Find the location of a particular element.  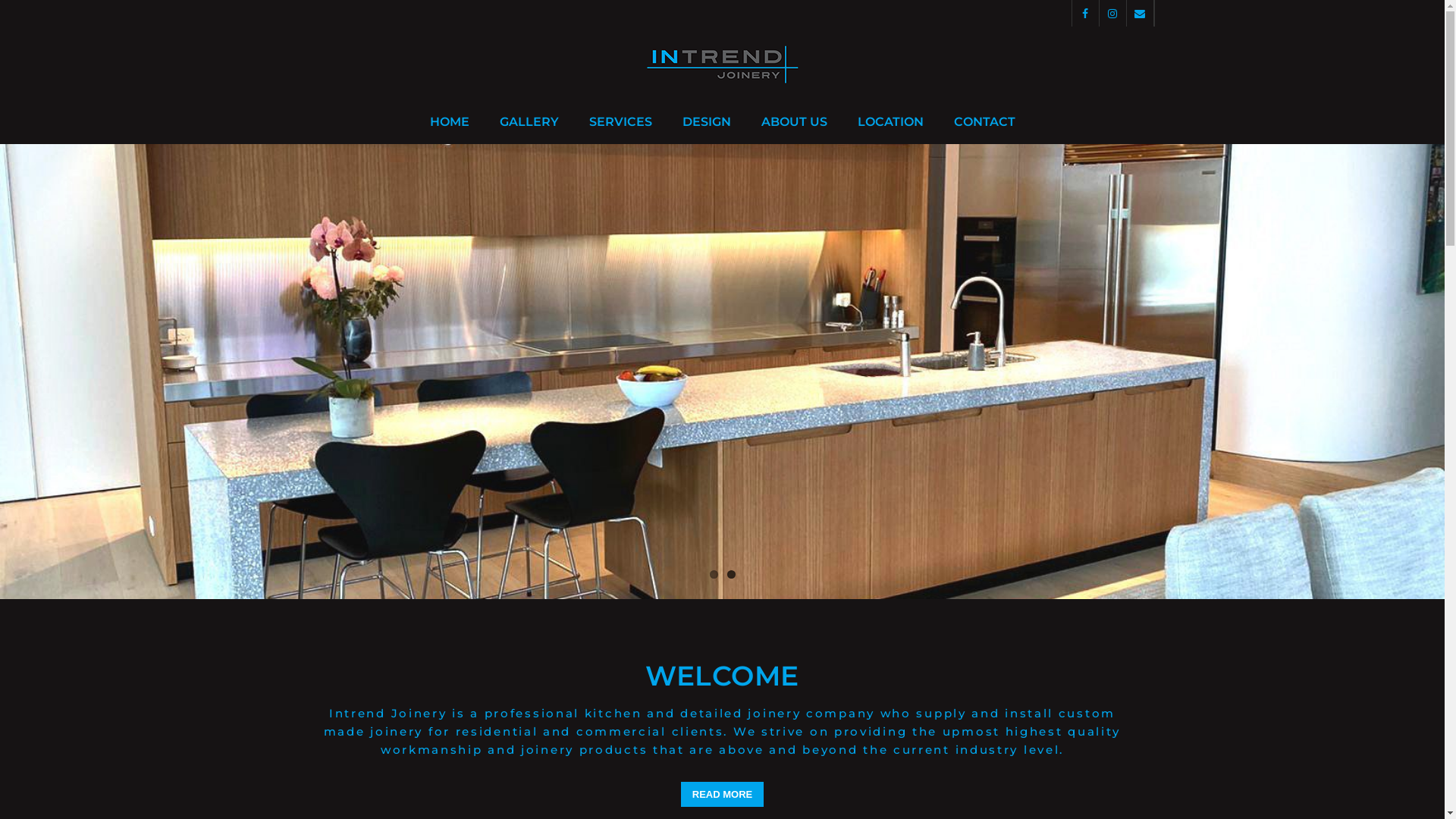

'1' is located at coordinates (709, 574).